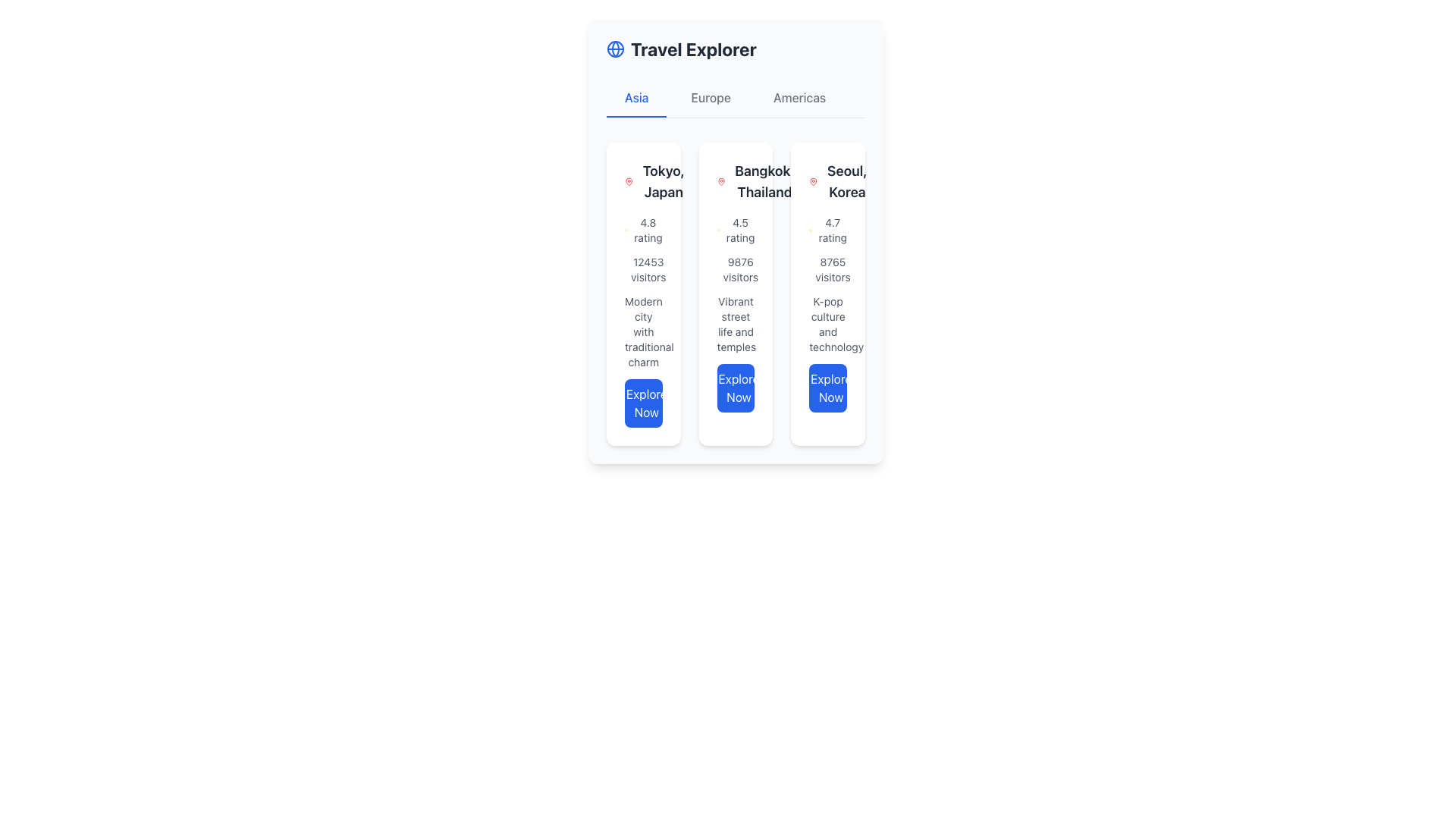 The height and width of the screenshot is (819, 1456). What do you see at coordinates (656, 180) in the screenshot?
I see `the text label 'Tokyo, Japan' which is styled in bold and larger font size and is accompanied by a red map pin icon on its left, located at the top-left corner of the interface` at bounding box center [656, 180].